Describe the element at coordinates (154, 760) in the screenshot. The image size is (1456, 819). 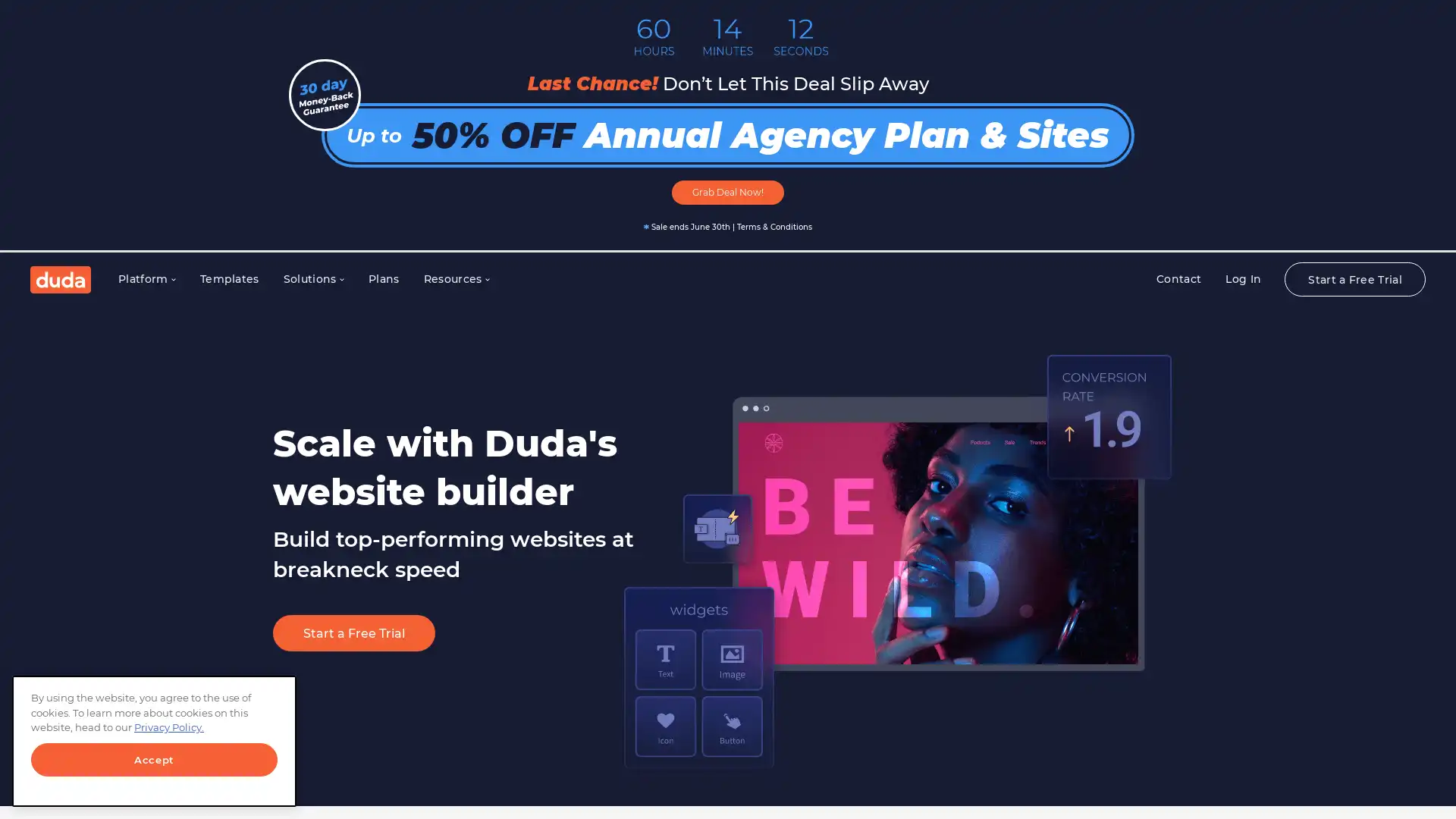
I see `Accept` at that location.